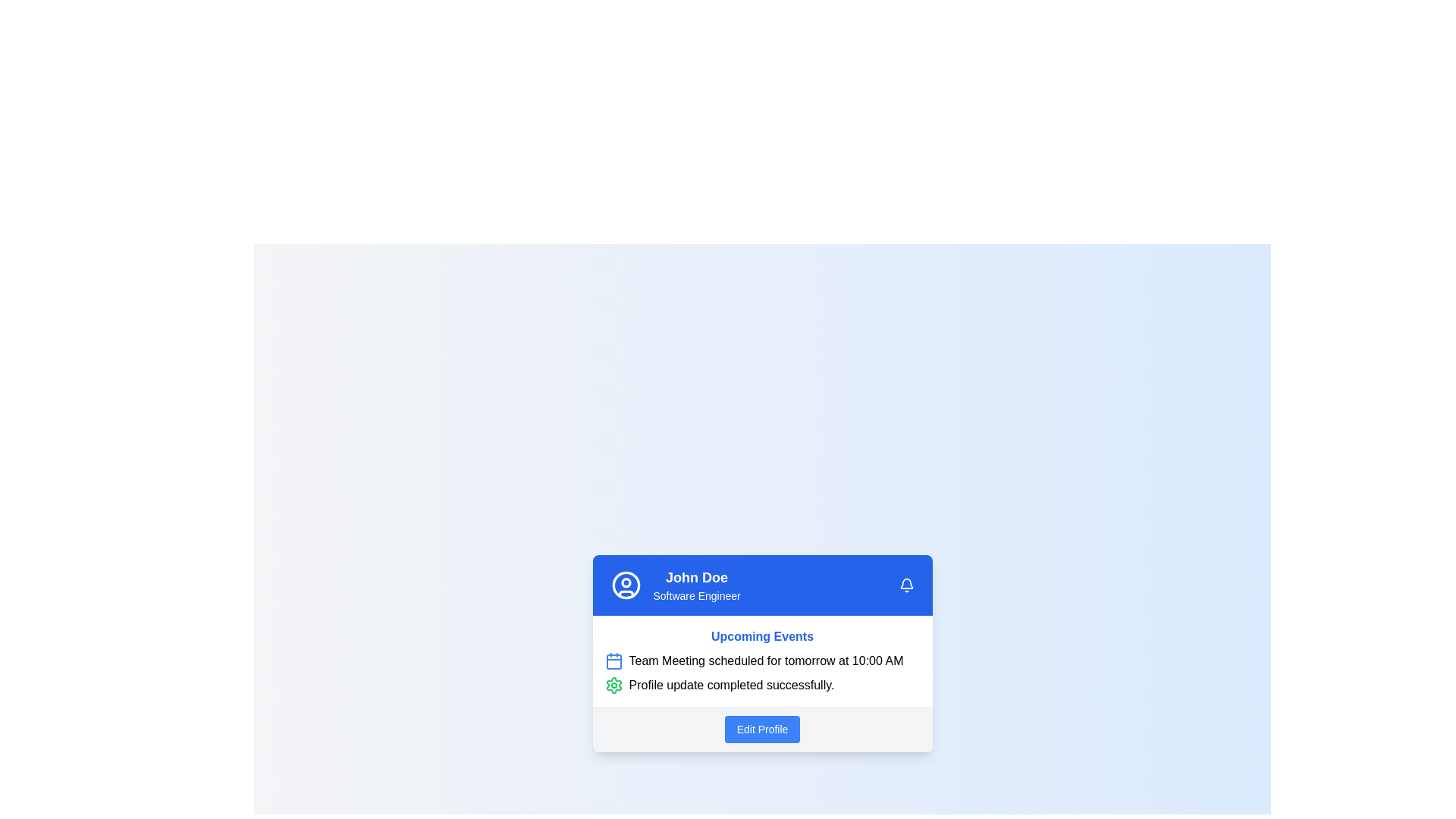 This screenshot has height=819, width=1456. Describe the element at coordinates (762, 728) in the screenshot. I see `the 'Edit Profile' button, which is a rectangular button with a blue background and white text, located at the center bottom of a white card section` at that location.